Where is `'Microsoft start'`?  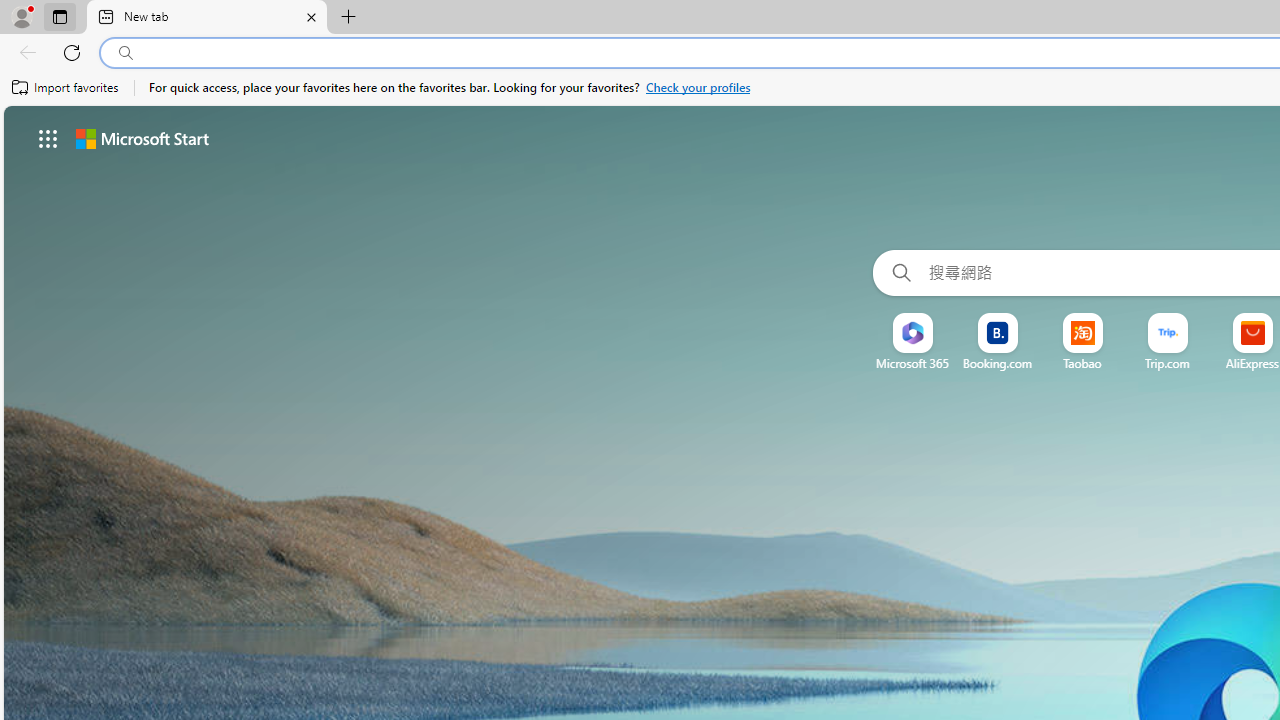
'Microsoft start' is located at coordinates (141, 137).